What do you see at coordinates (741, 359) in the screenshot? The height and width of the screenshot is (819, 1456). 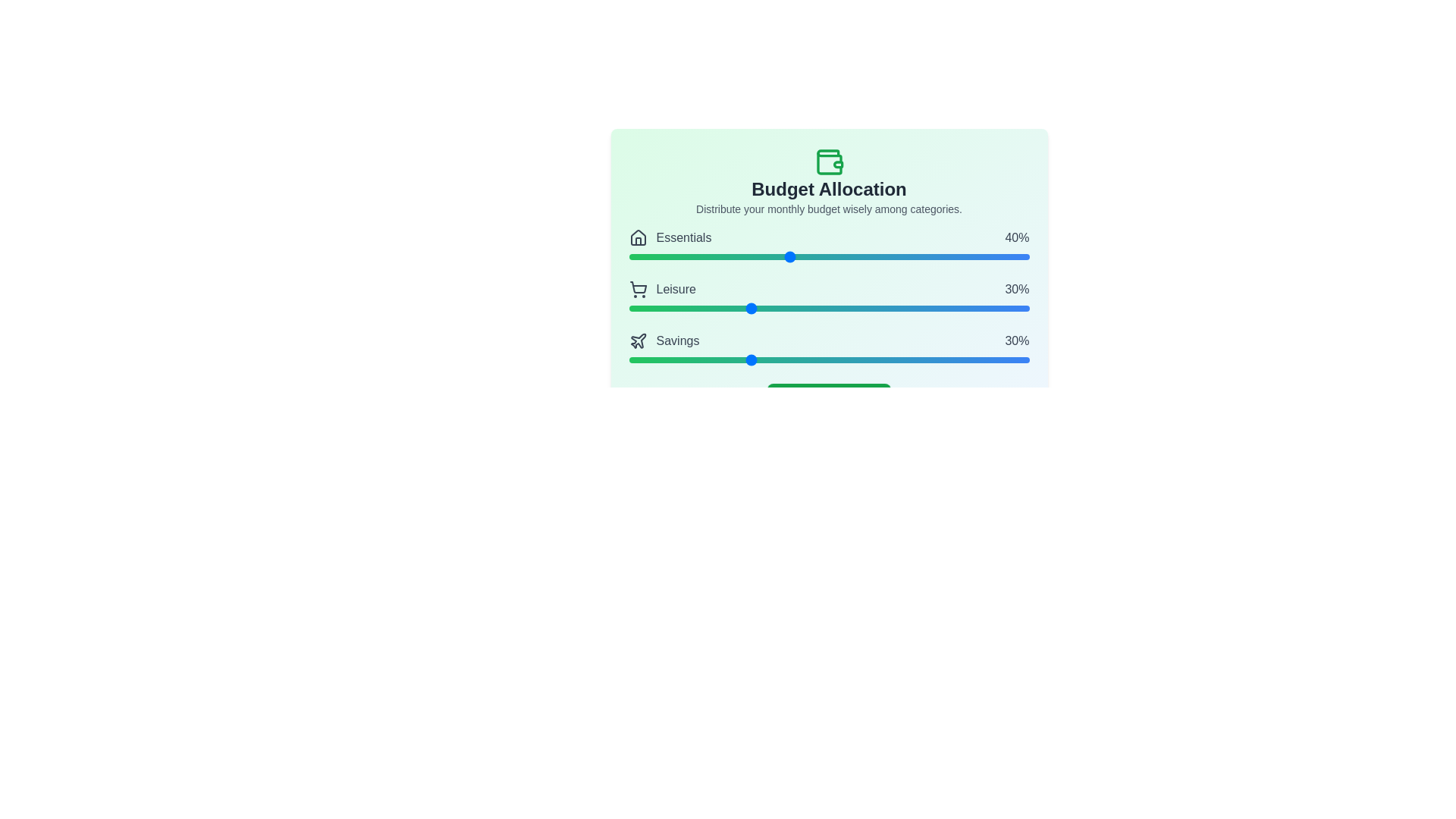 I see `the 'Savings' slider to set its value to 28` at bounding box center [741, 359].